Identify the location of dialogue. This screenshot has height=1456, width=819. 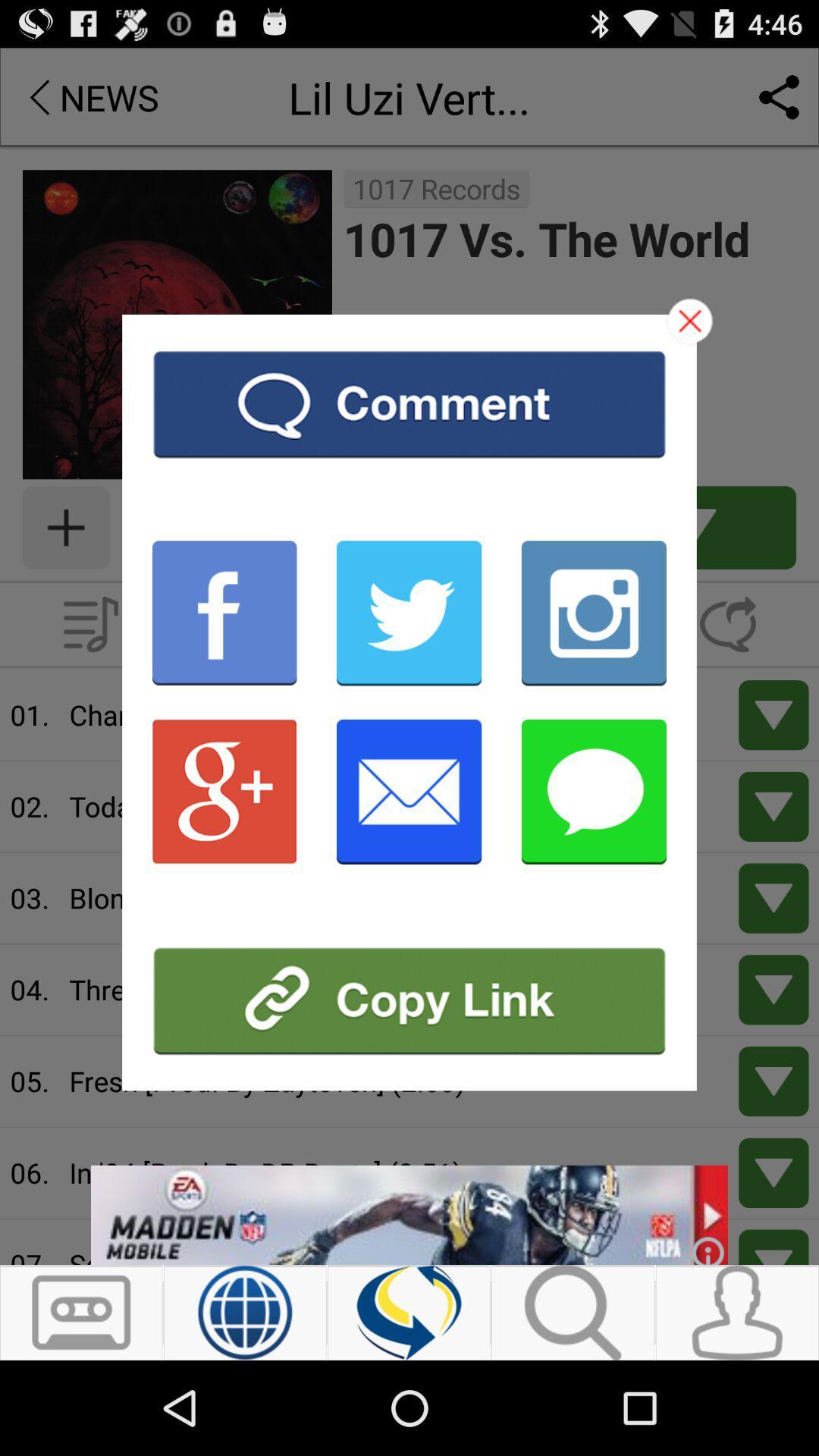
(690, 320).